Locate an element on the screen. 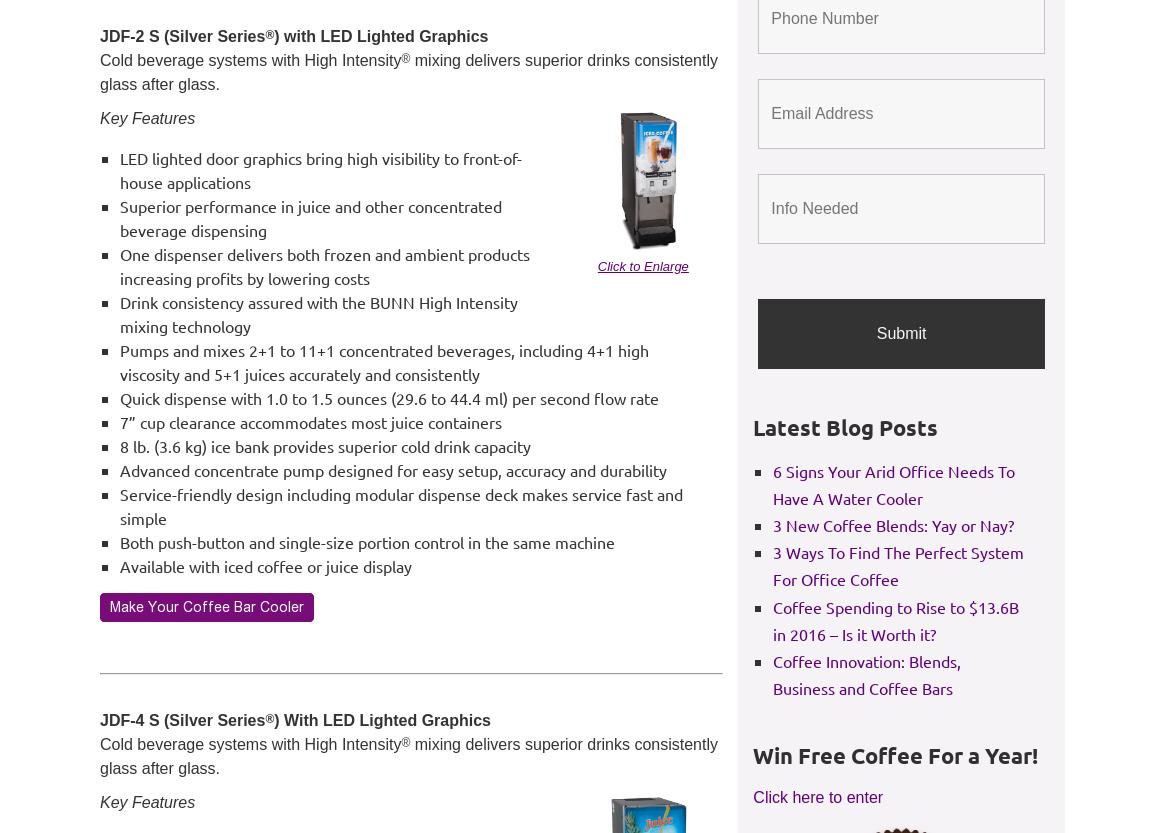 This screenshot has width=1150, height=833. '6 Signs Your Arid Office Needs To Have A Water Cooler' is located at coordinates (894, 483).